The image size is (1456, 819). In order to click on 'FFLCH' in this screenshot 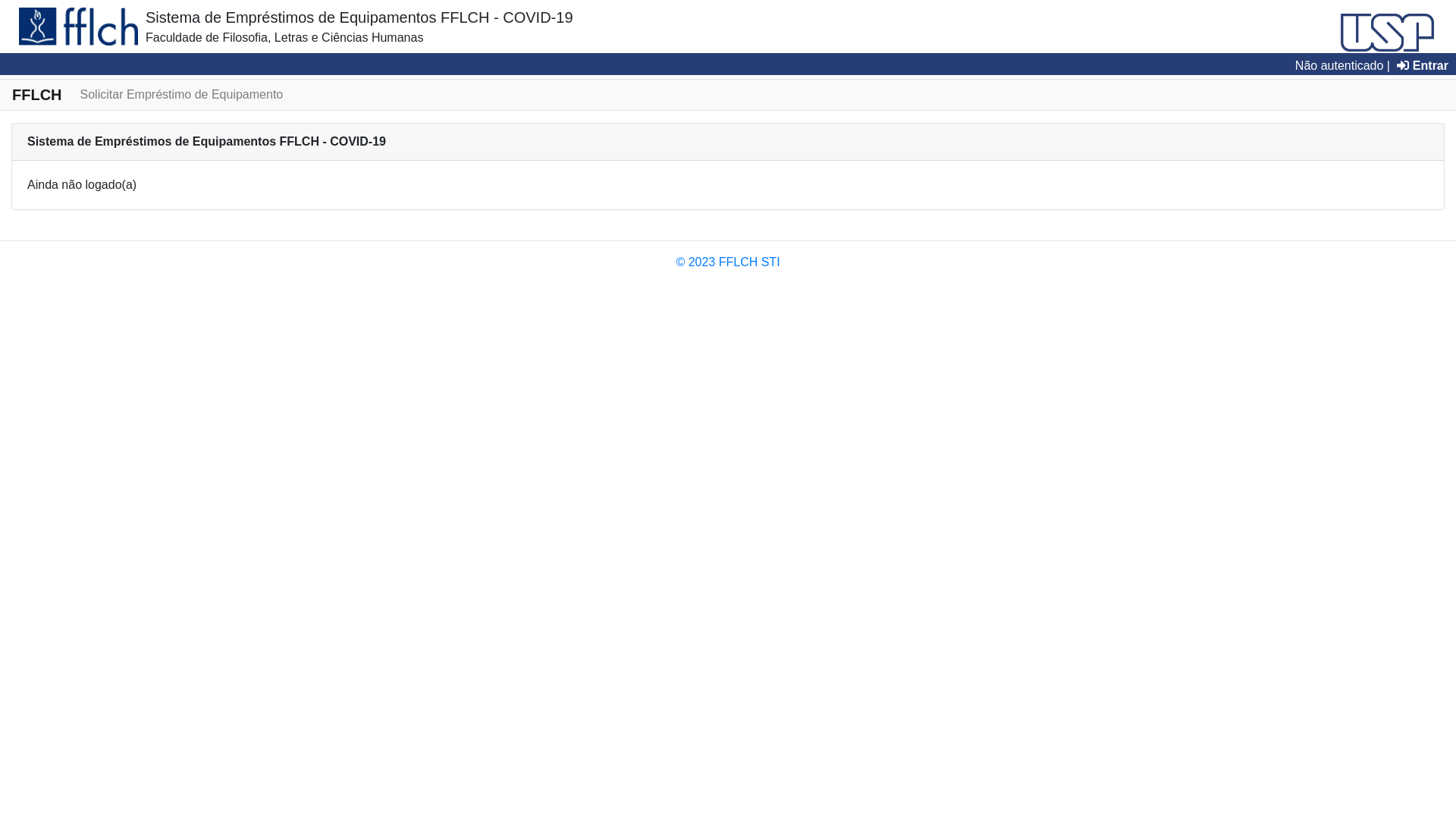, I will do `click(36, 94)`.